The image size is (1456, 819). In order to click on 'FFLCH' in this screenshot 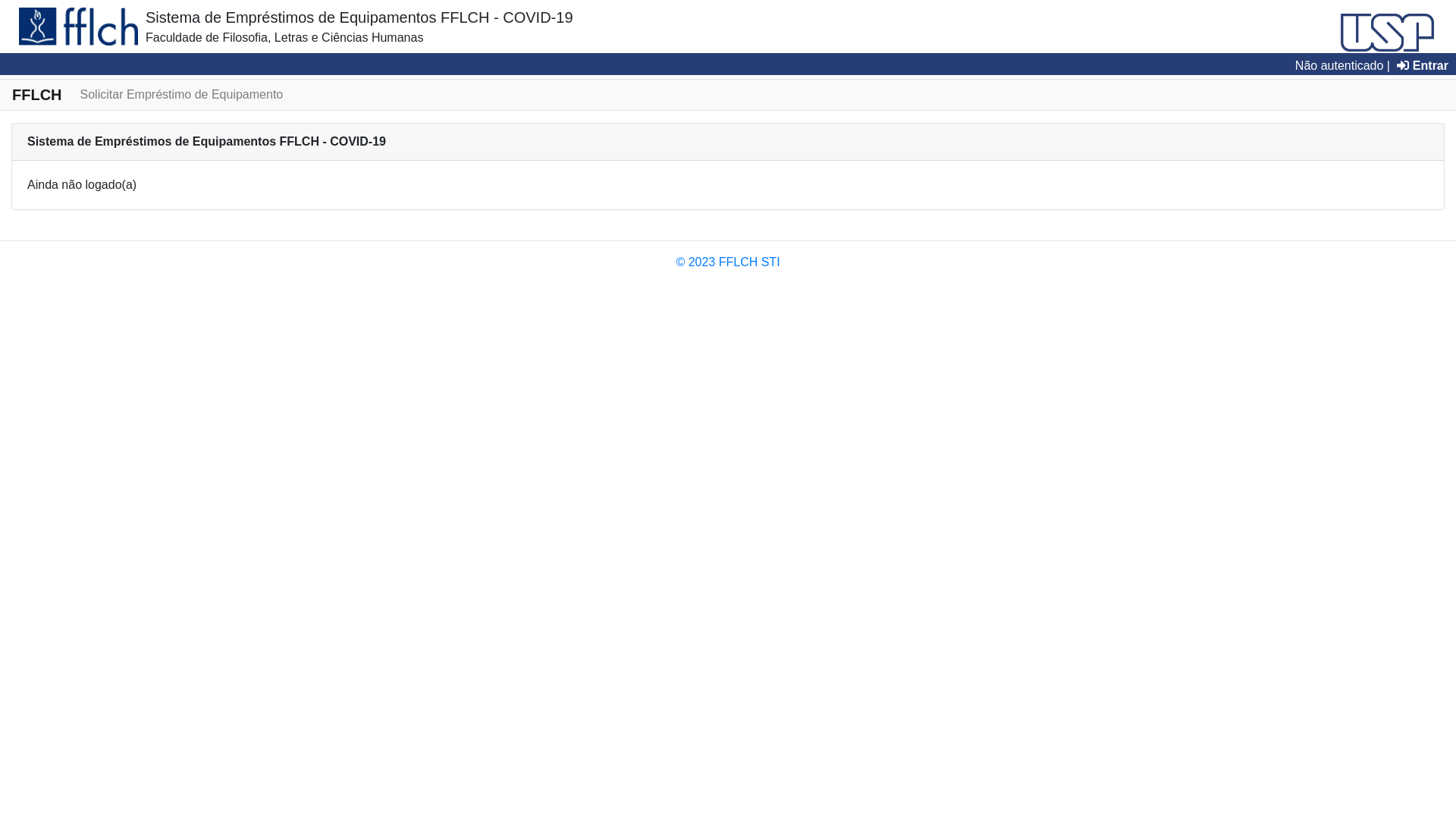, I will do `click(36, 94)`.